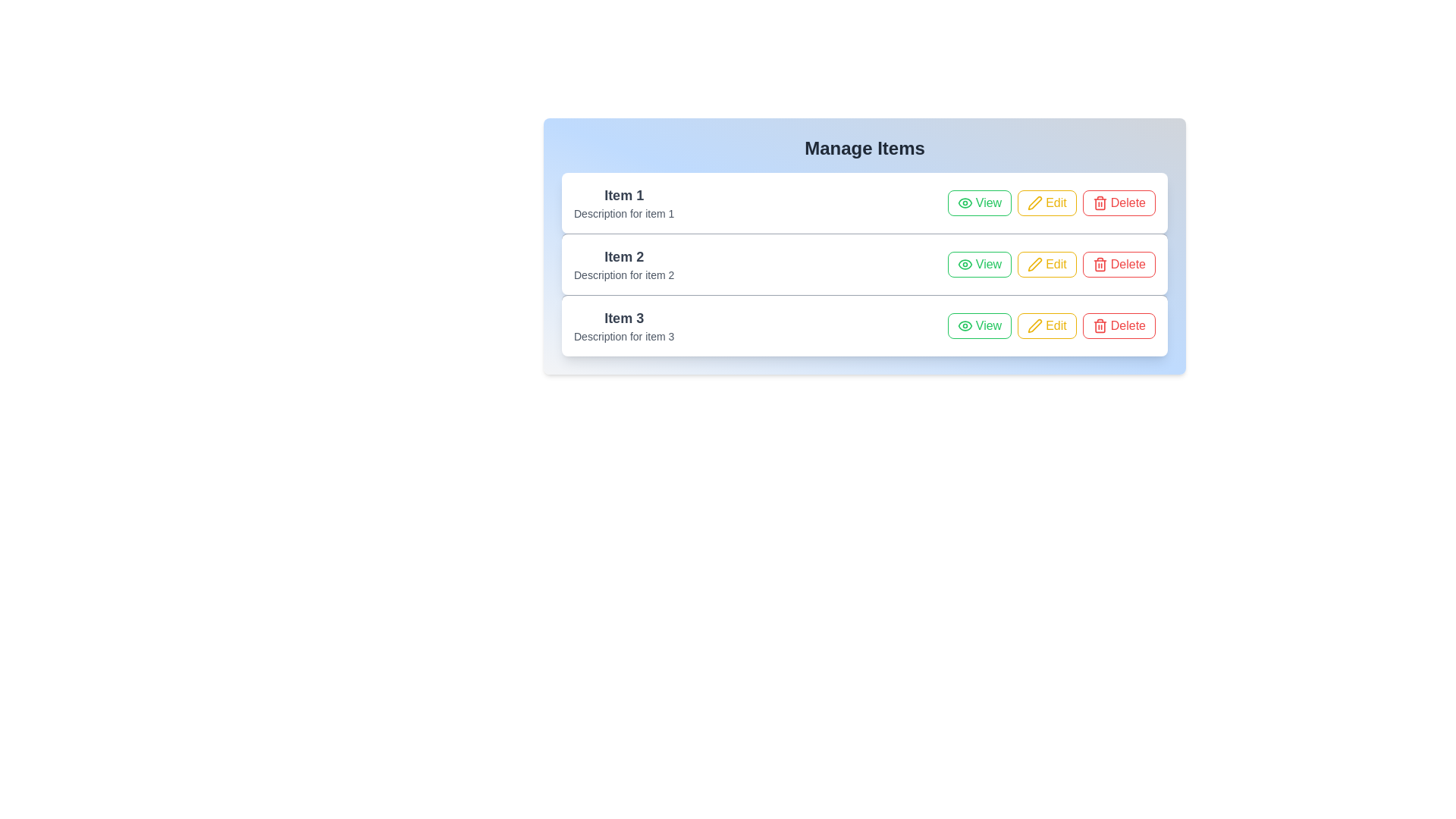 The image size is (1456, 819). Describe the element at coordinates (1119, 325) in the screenshot. I see `delete button for the item labeled Item 3` at that location.